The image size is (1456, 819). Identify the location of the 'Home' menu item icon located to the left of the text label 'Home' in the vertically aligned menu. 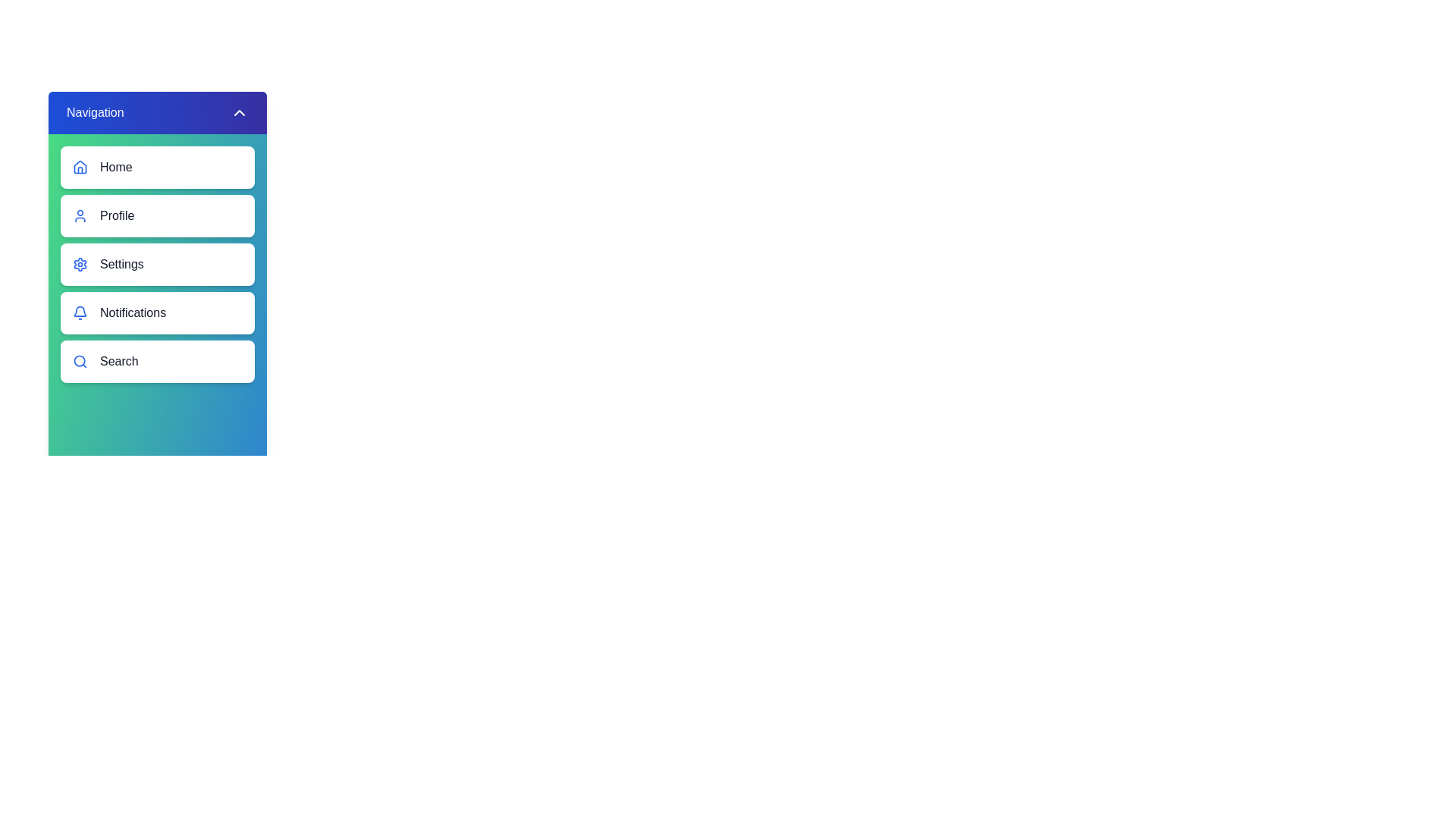
(79, 167).